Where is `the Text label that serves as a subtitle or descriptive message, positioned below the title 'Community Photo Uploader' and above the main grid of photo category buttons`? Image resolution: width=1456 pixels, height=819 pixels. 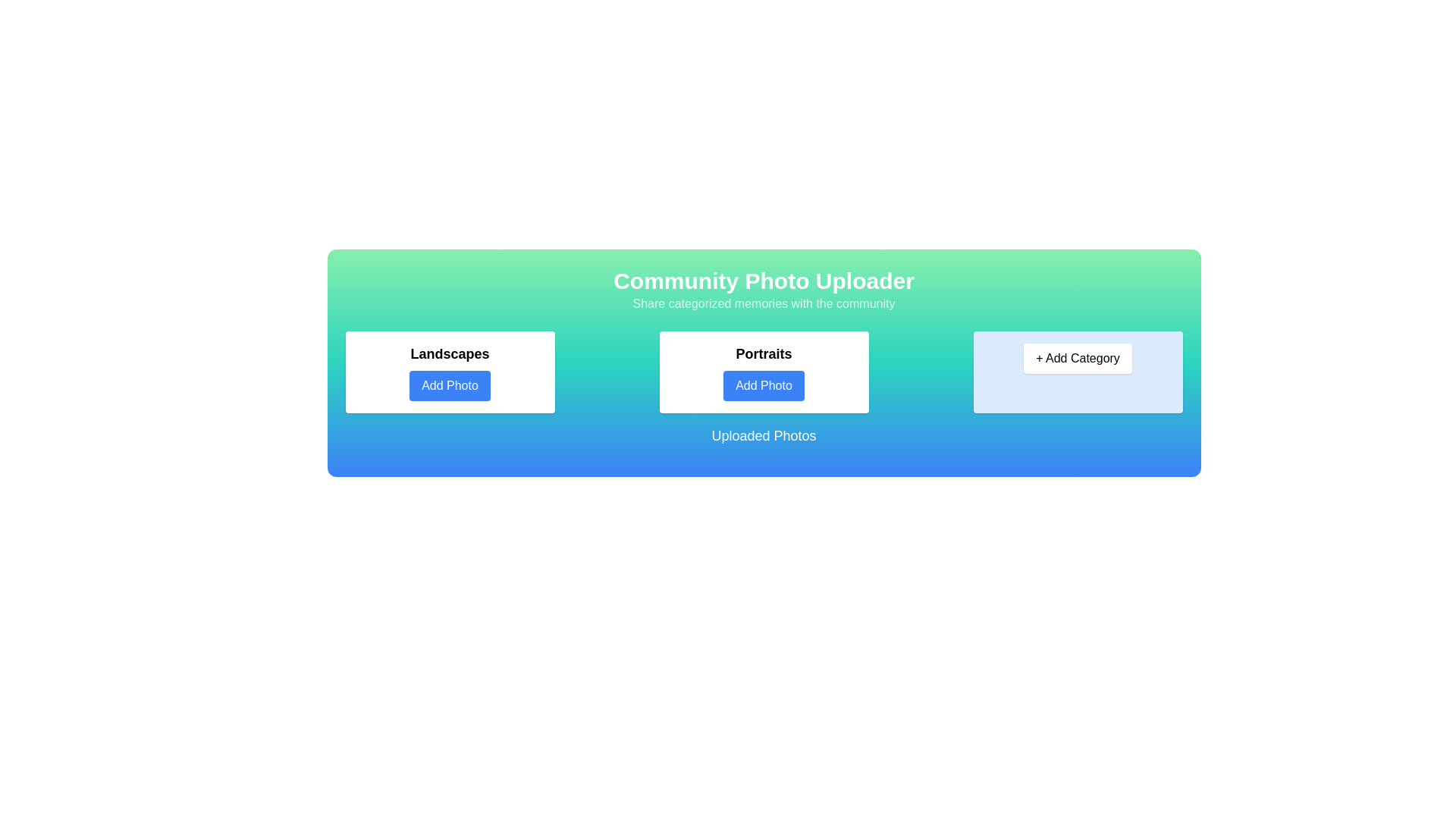 the Text label that serves as a subtitle or descriptive message, positioned below the title 'Community Photo Uploader' and above the main grid of photo category buttons is located at coordinates (764, 304).